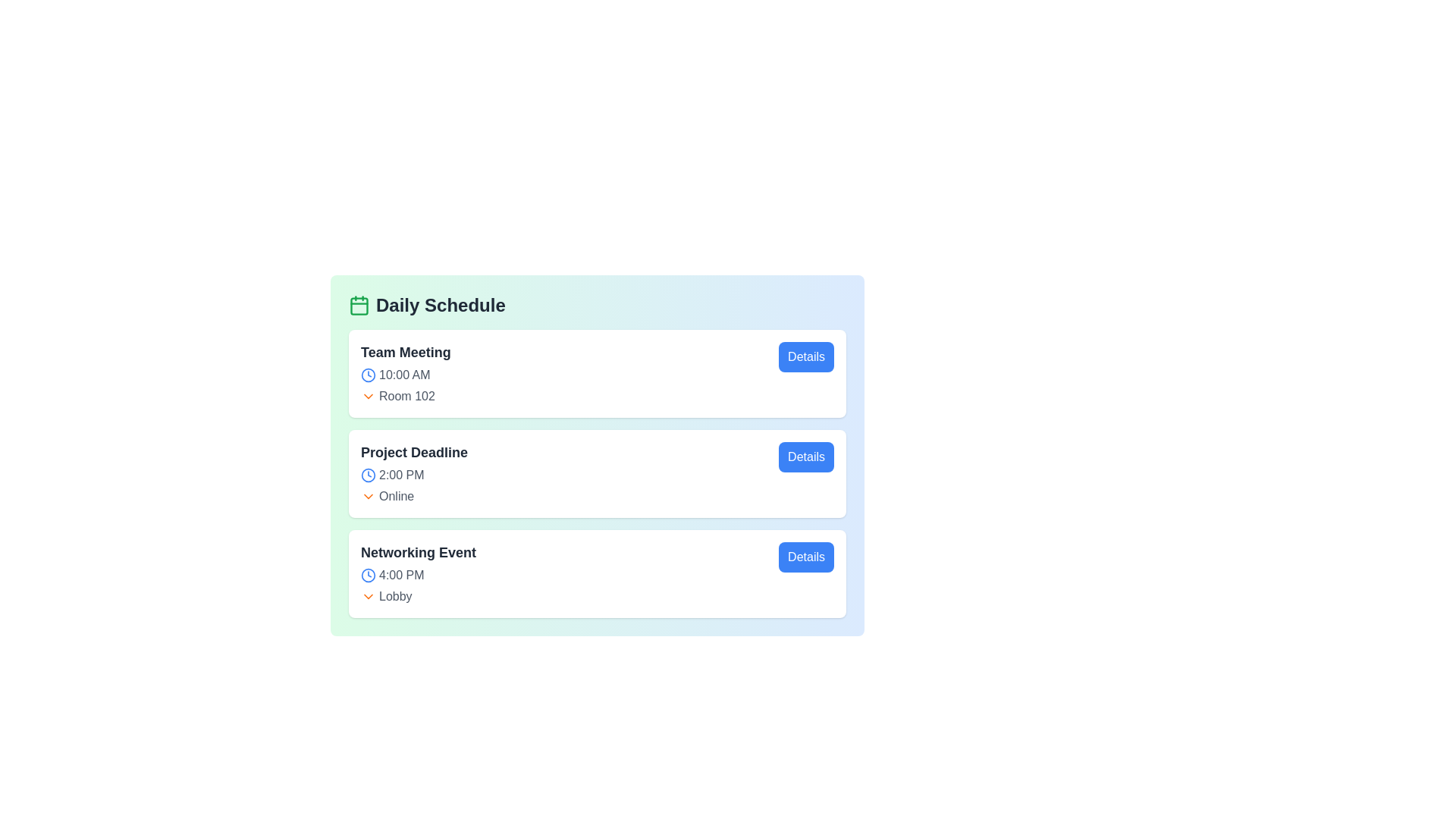 The width and height of the screenshot is (1456, 819). What do you see at coordinates (596, 472) in the screenshot?
I see `event details from the second card in the list of scheduled events, which contains the title 'Project Deadline' and a button labeled 'Details.'` at bounding box center [596, 472].